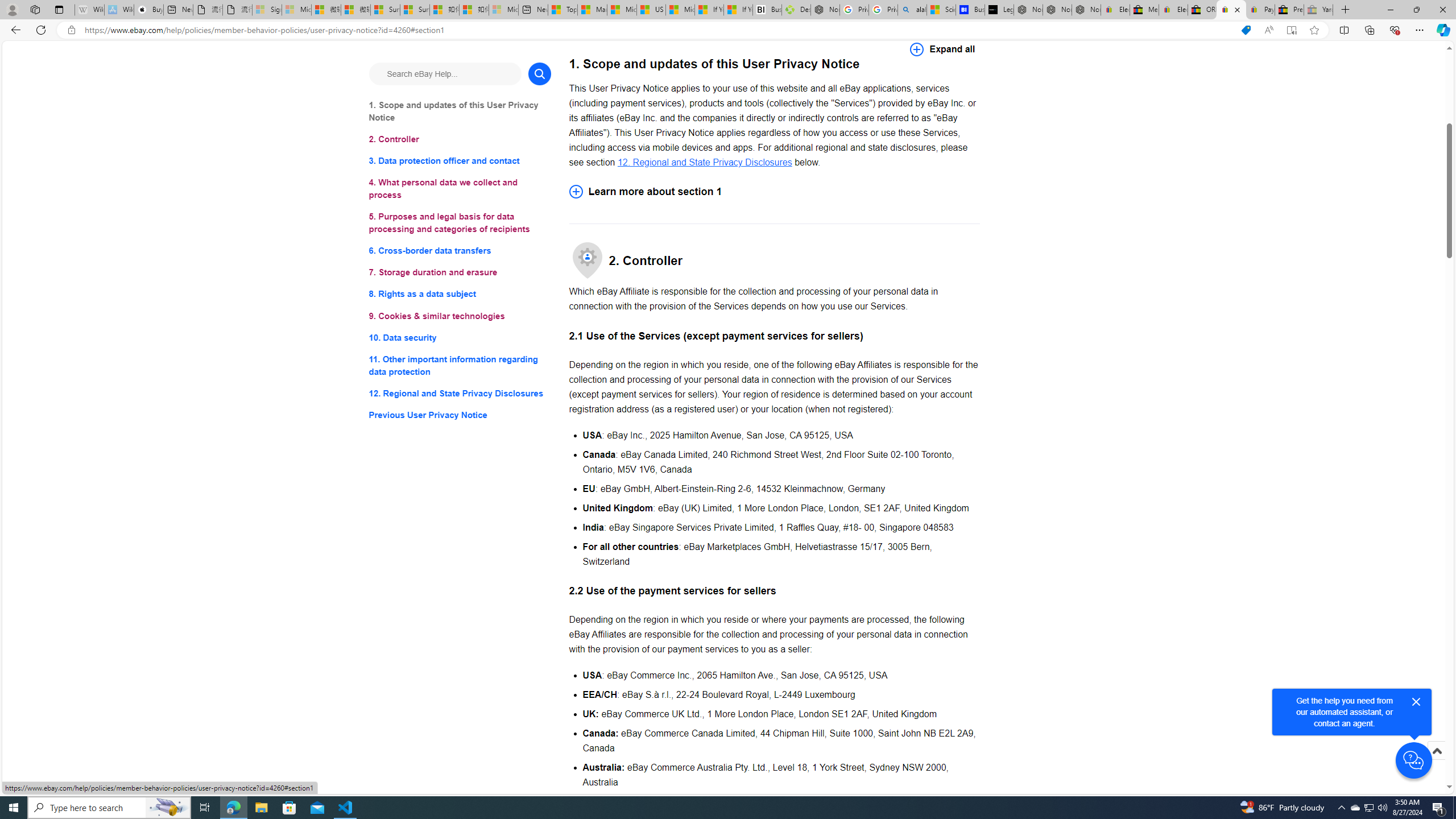  I want to click on 'Wikipedia - Sleeping', so click(89, 9).